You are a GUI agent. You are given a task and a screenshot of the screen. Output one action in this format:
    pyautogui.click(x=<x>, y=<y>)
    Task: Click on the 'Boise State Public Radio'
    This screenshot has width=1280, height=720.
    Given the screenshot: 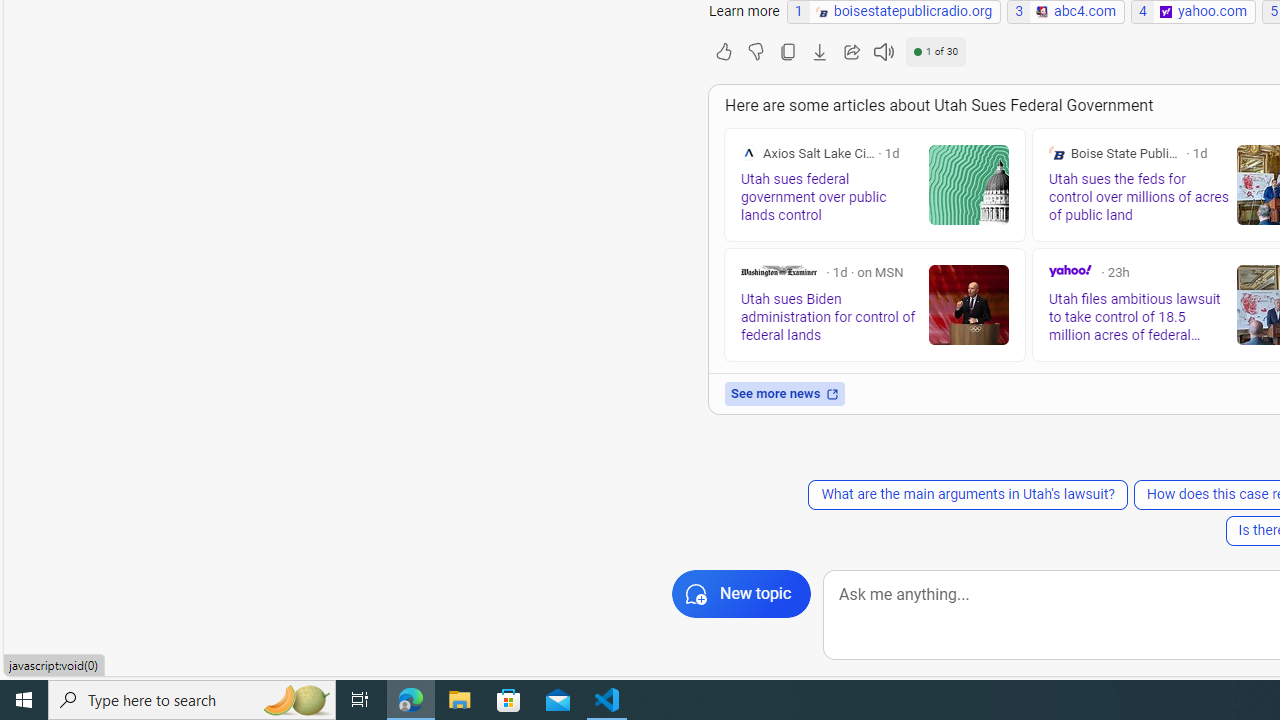 What is the action you would take?
    pyautogui.click(x=1056, y=152)
    